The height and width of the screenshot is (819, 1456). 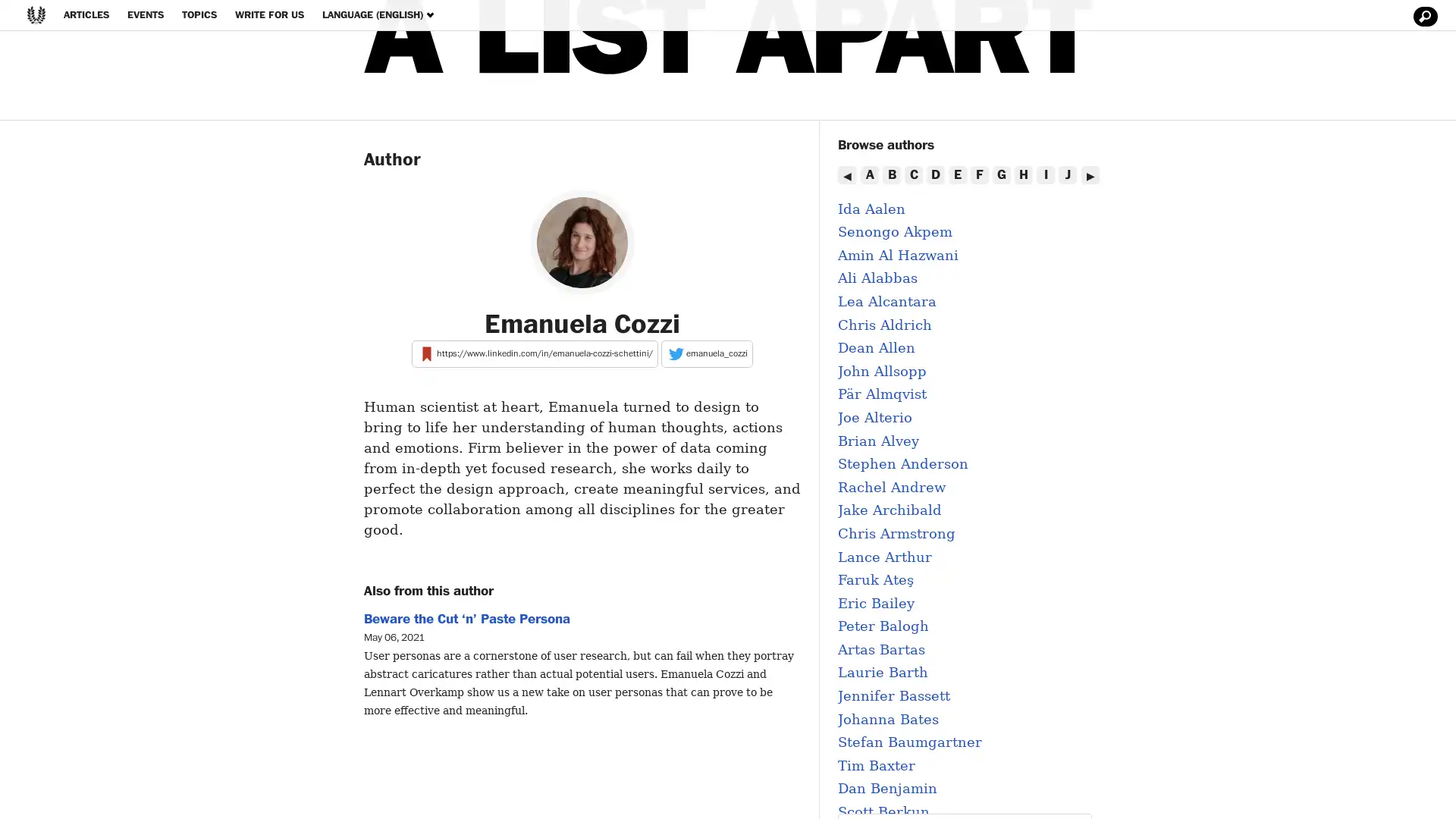 What do you see at coordinates (1423, 17) in the screenshot?
I see `Search` at bounding box center [1423, 17].